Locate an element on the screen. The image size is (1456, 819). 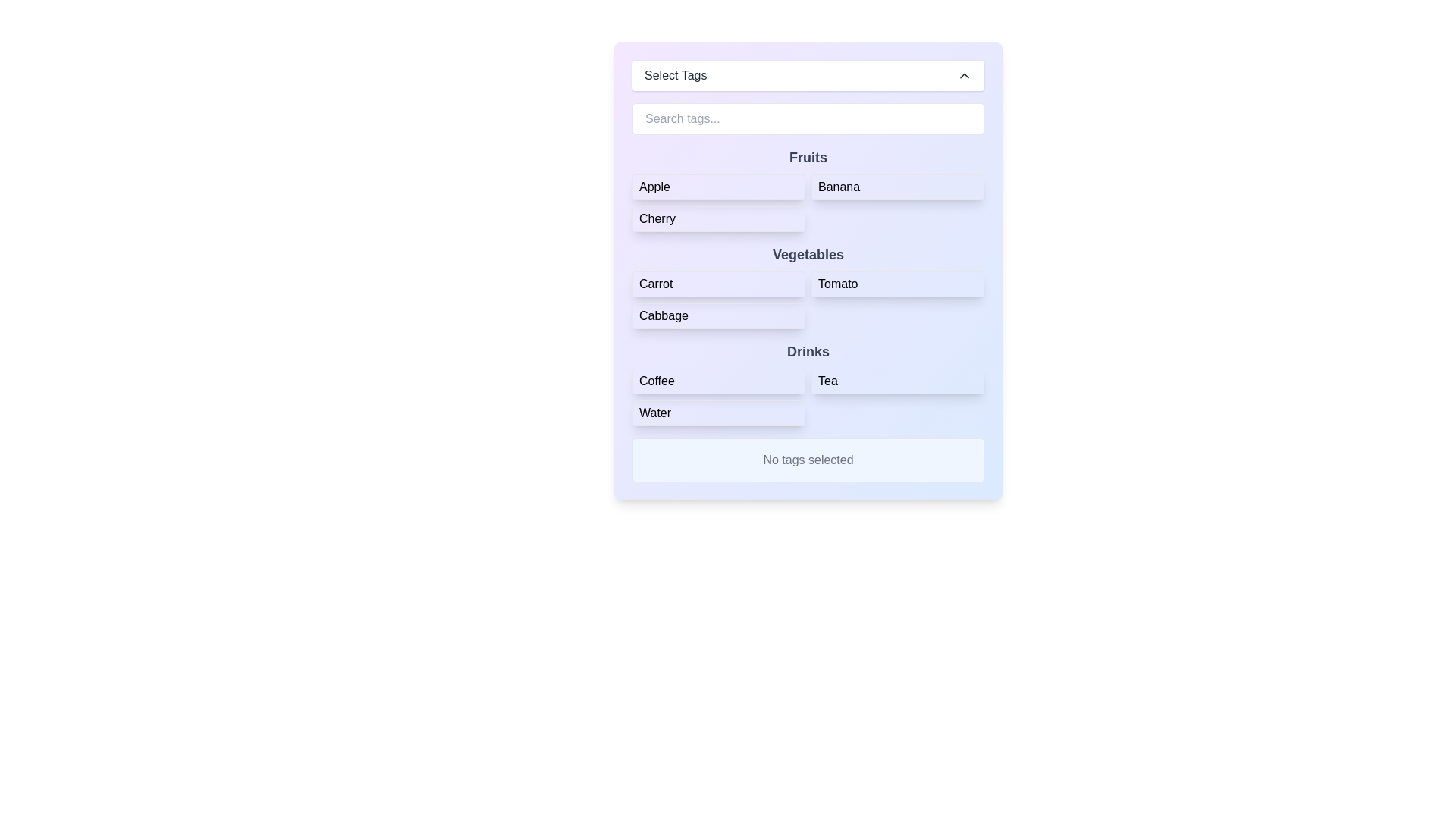
the 'Tomato' label in the 'Vegetables' section is located at coordinates (837, 284).